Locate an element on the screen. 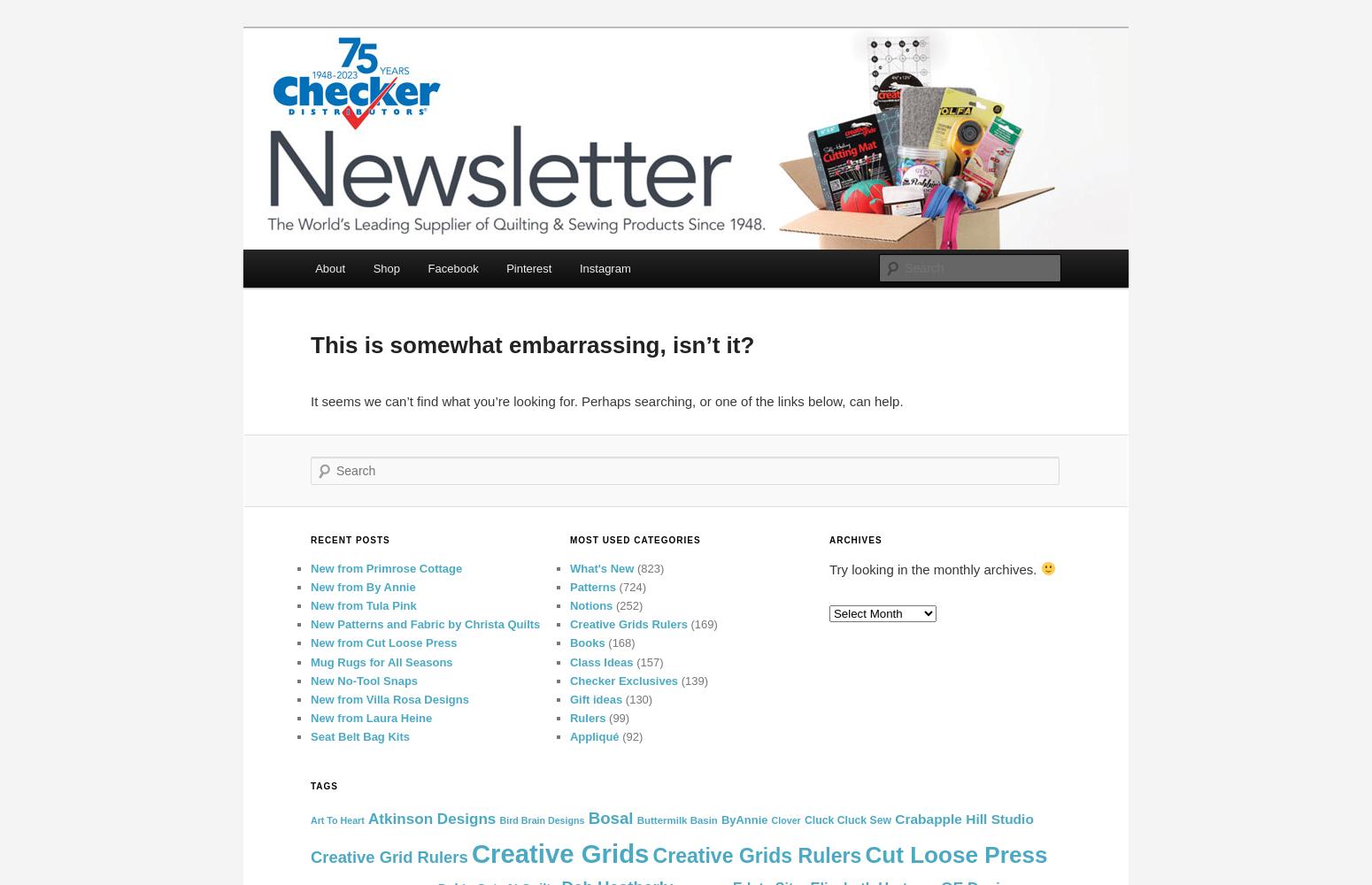 The image size is (1372, 885). '(724)' is located at coordinates (630, 587).